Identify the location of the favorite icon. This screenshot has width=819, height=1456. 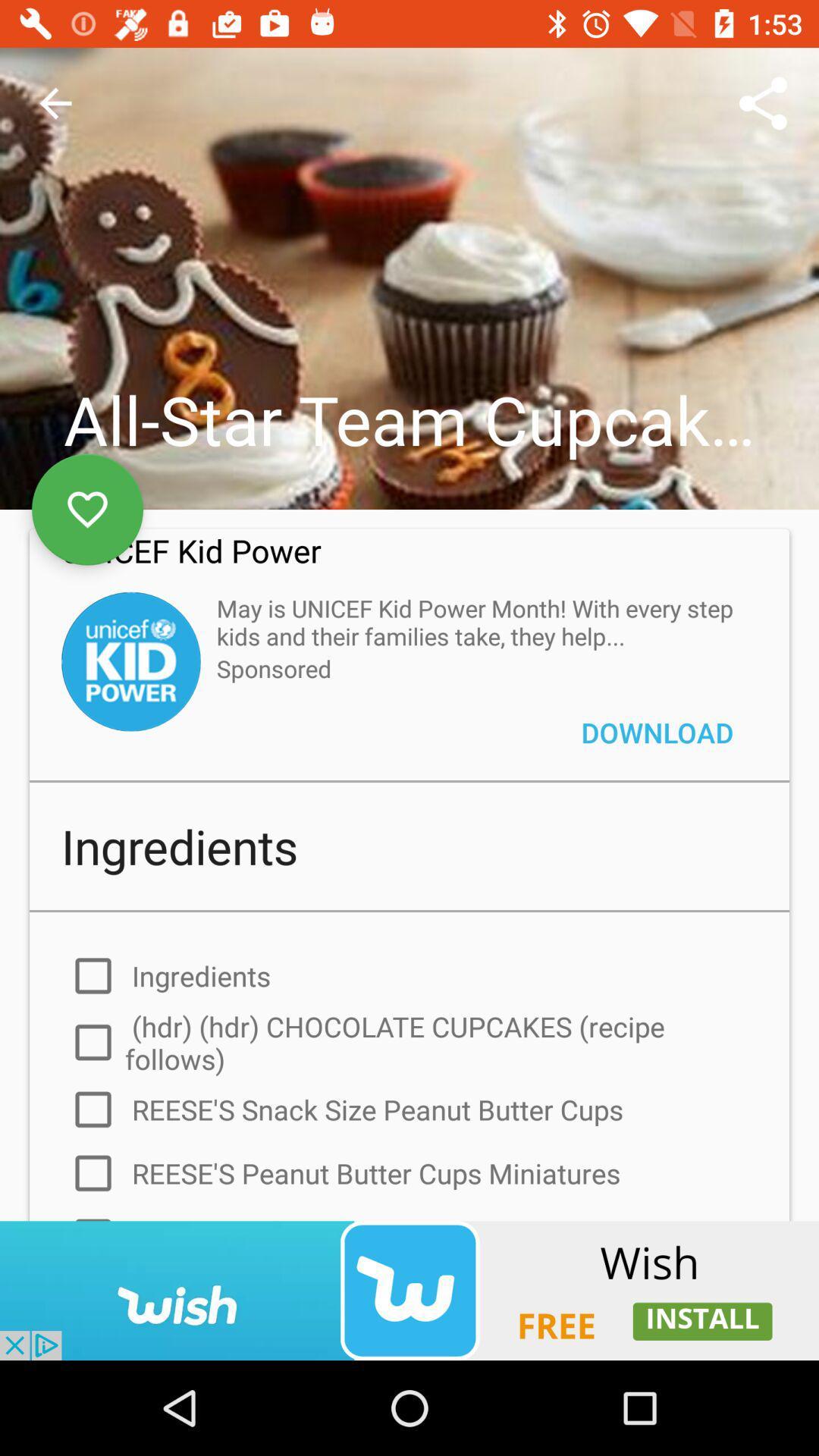
(87, 510).